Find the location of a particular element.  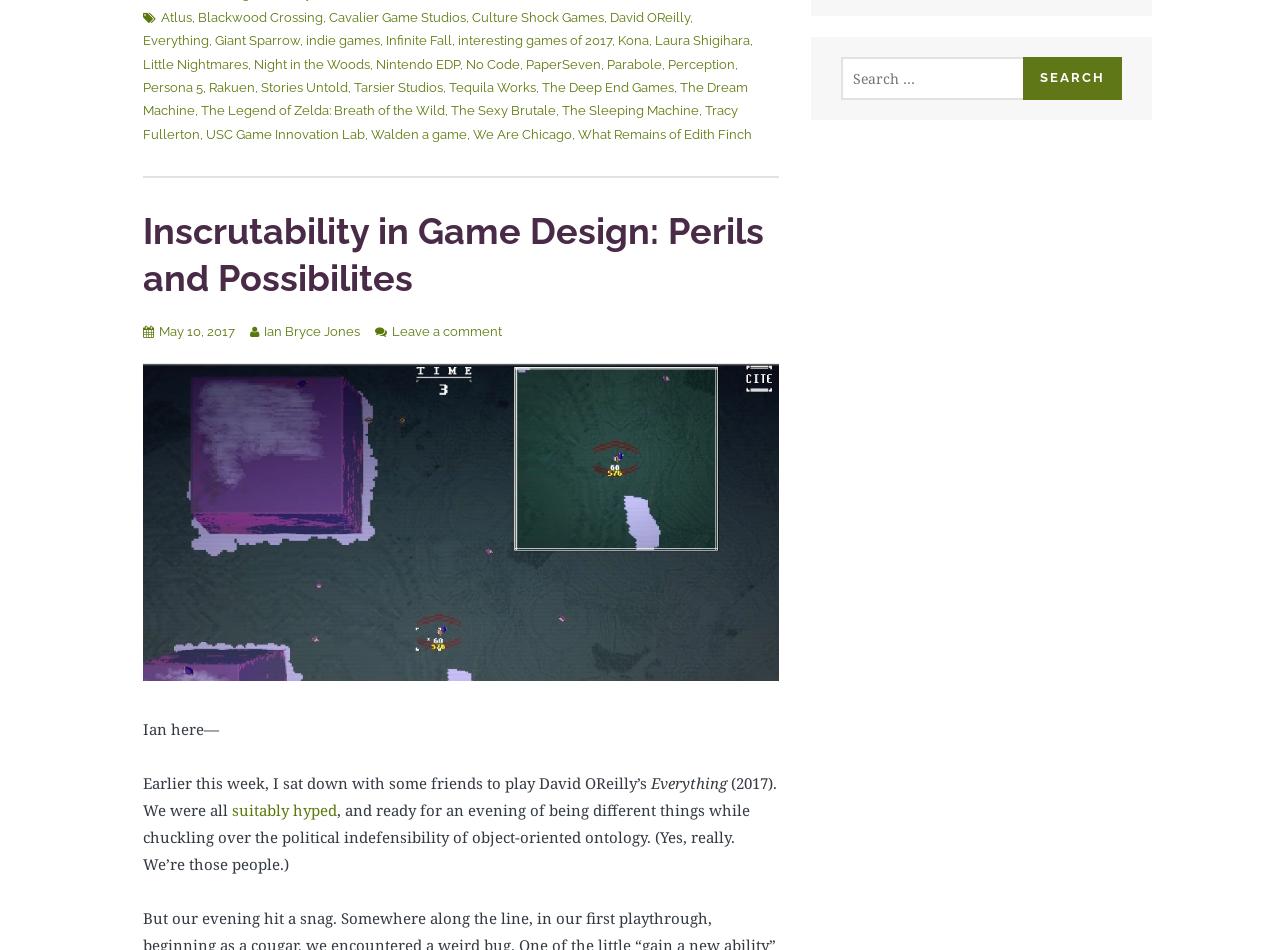

'Little Nightmares' is located at coordinates (195, 63).